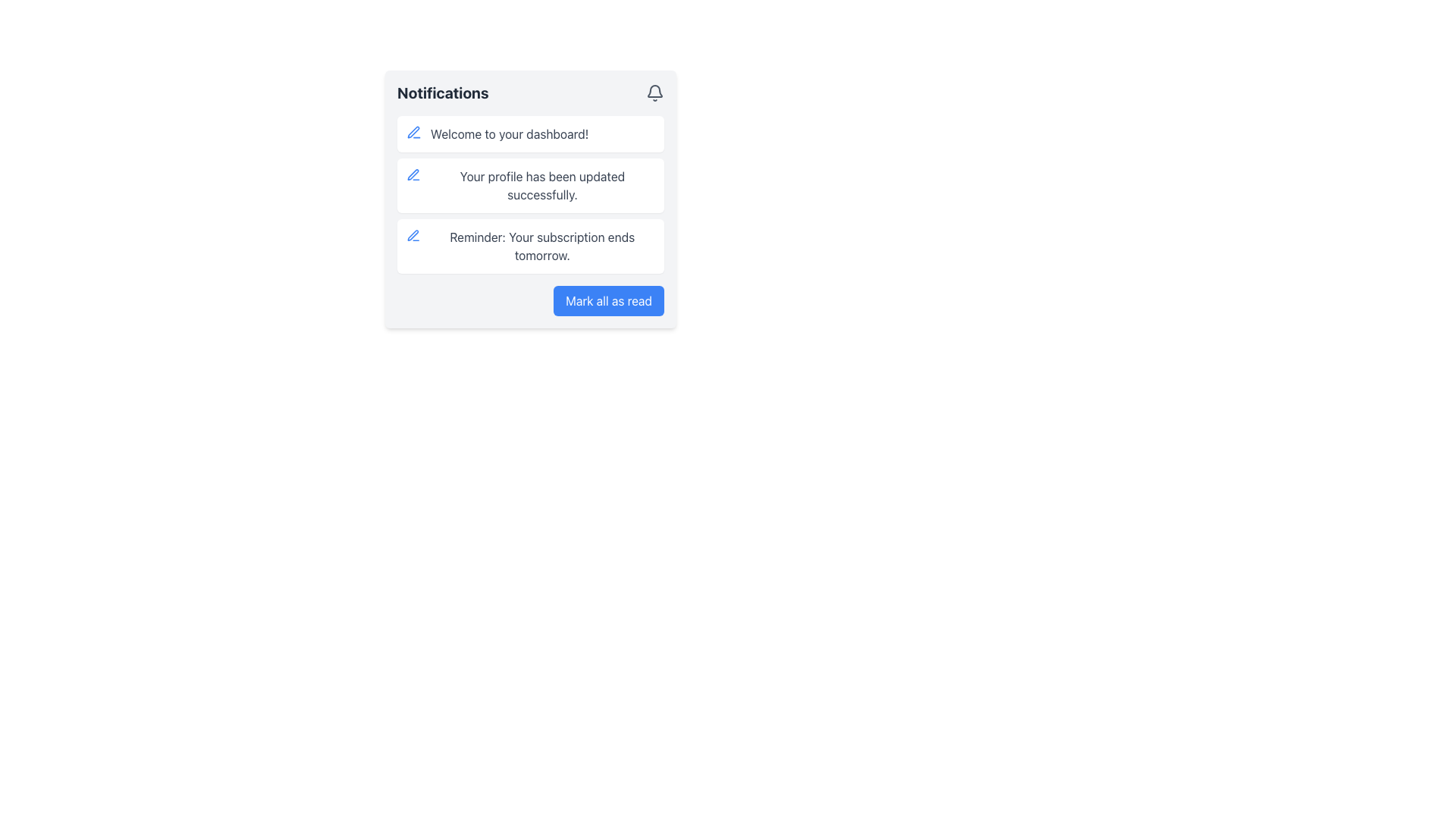 The image size is (1456, 819). Describe the element at coordinates (531, 185) in the screenshot. I see `the Notification card that confirms the user's profile was successfully updated, which is the second notification in the list of three notifications` at that location.